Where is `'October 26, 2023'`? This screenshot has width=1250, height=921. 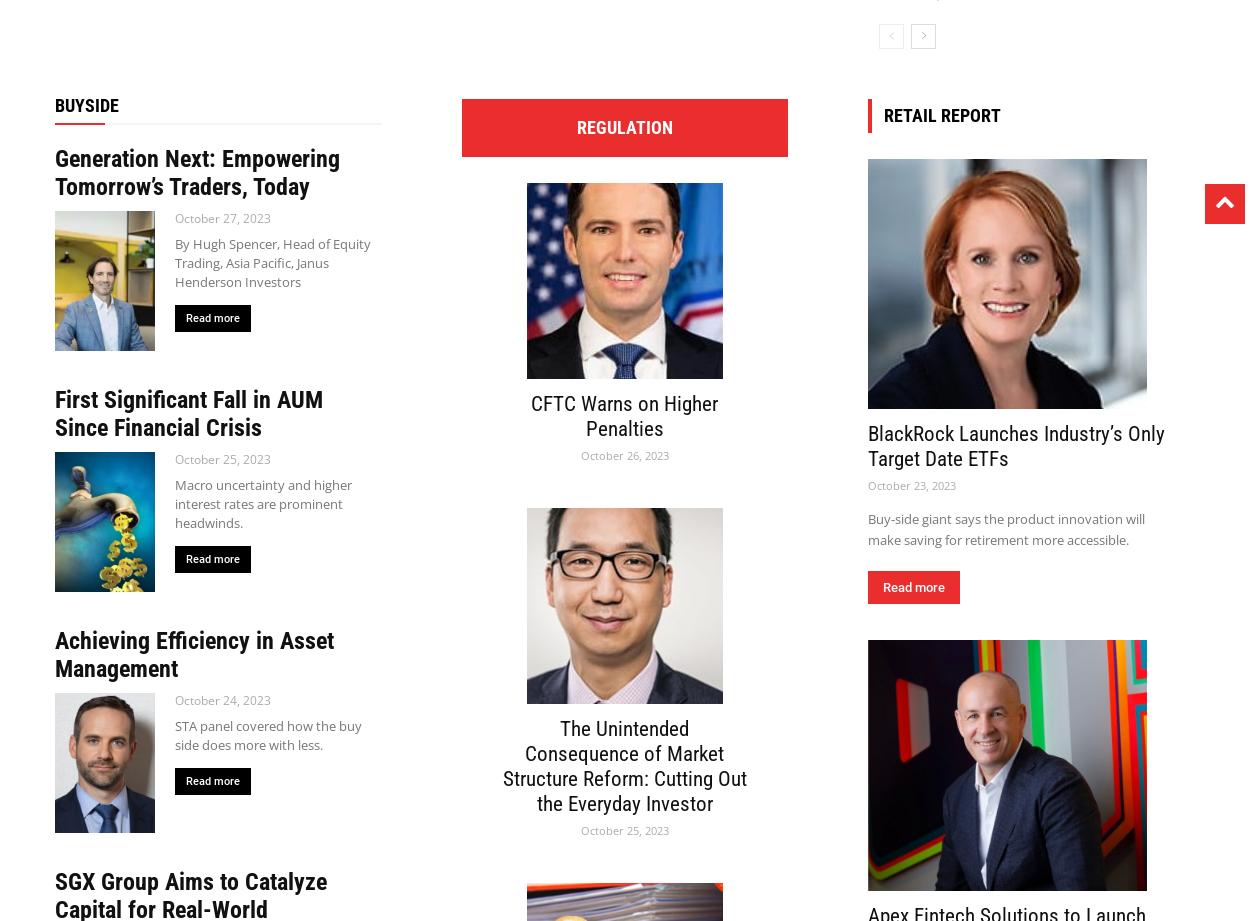
'October 26, 2023' is located at coordinates (623, 454).